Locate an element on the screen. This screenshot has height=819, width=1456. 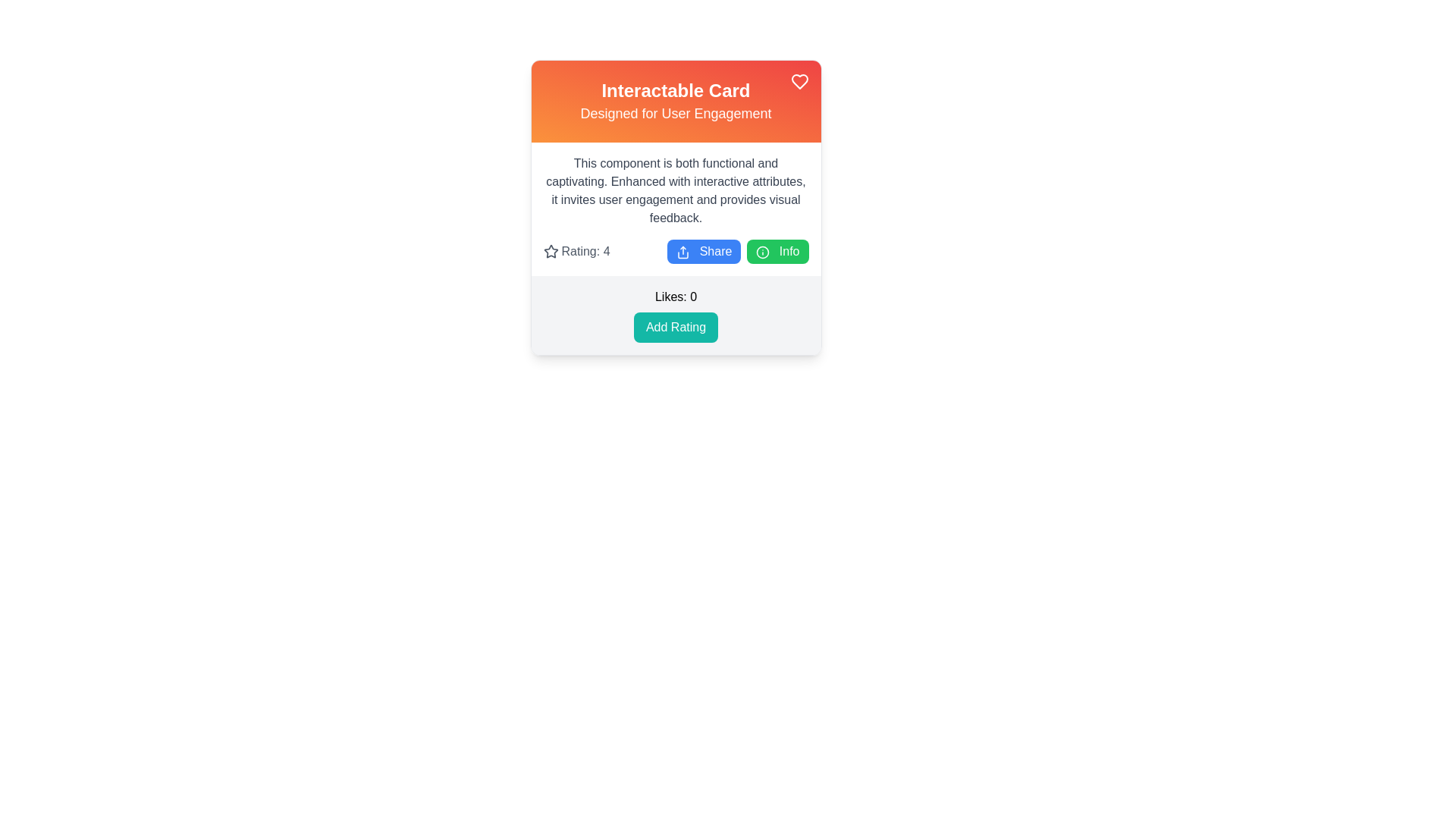
the 'Add Rating' button in the composite element displaying 'Likes: 0' to trigger any interactive style change is located at coordinates (675, 315).